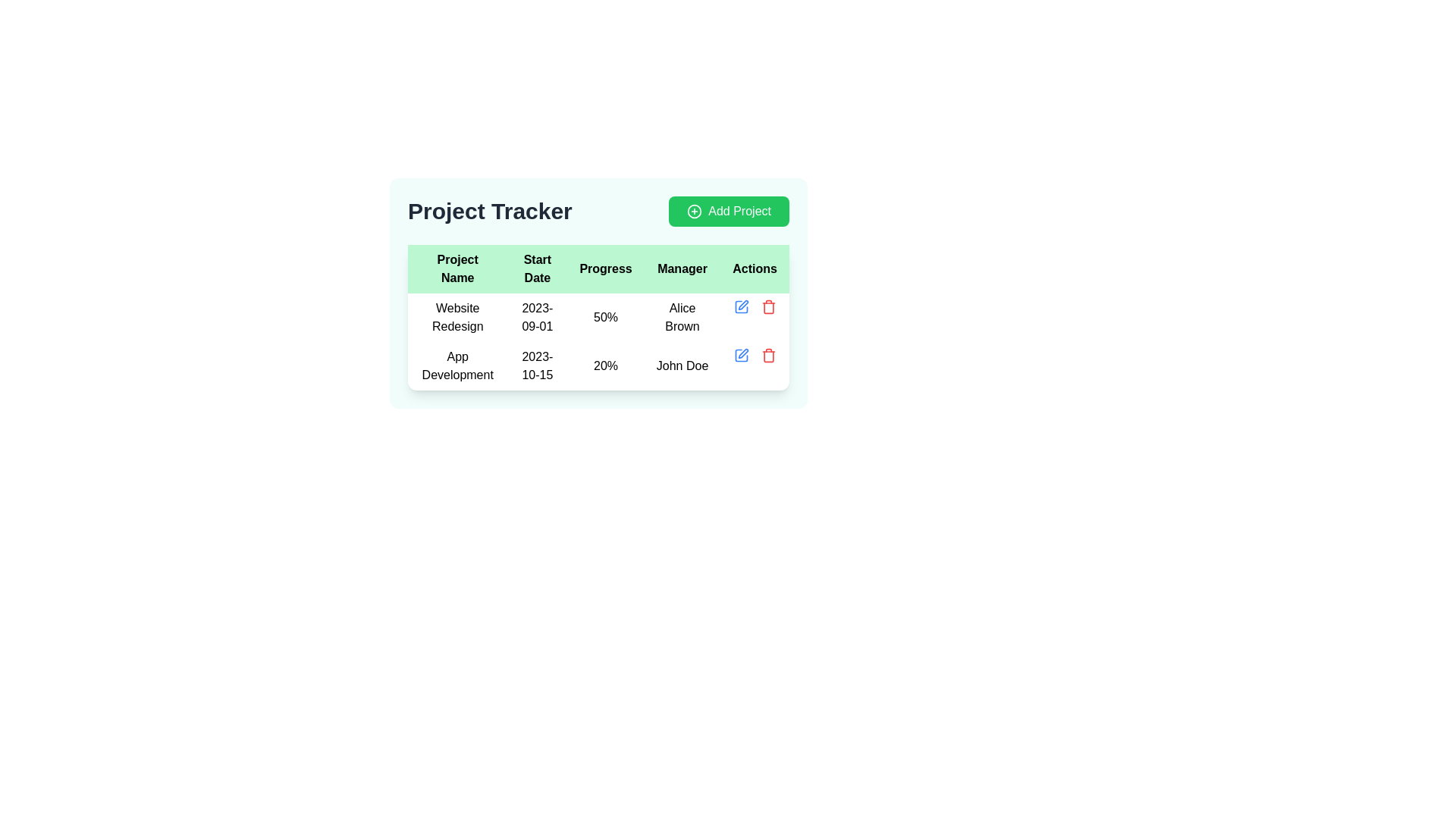 Image resolution: width=1456 pixels, height=819 pixels. Describe the element at coordinates (743, 305) in the screenshot. I see `the edit icon in the 'Actions' column of the table corresponding to the 'App Development' project` at that location.